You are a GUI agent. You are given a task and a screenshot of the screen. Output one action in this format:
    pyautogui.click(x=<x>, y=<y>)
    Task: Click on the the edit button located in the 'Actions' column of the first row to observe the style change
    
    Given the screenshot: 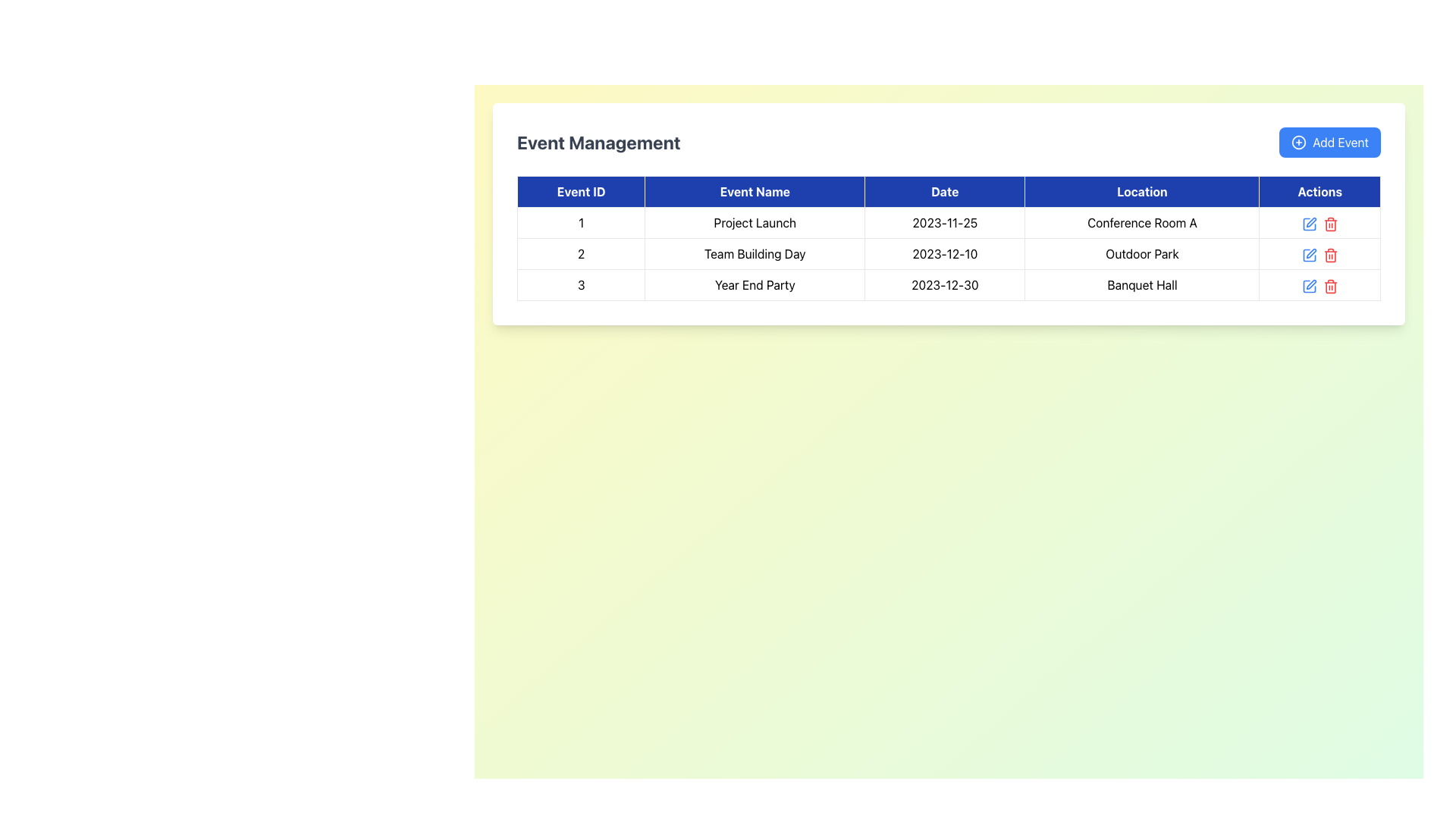 What is the action you would take?
    pyautogui.click(x=1308, y=222)
    